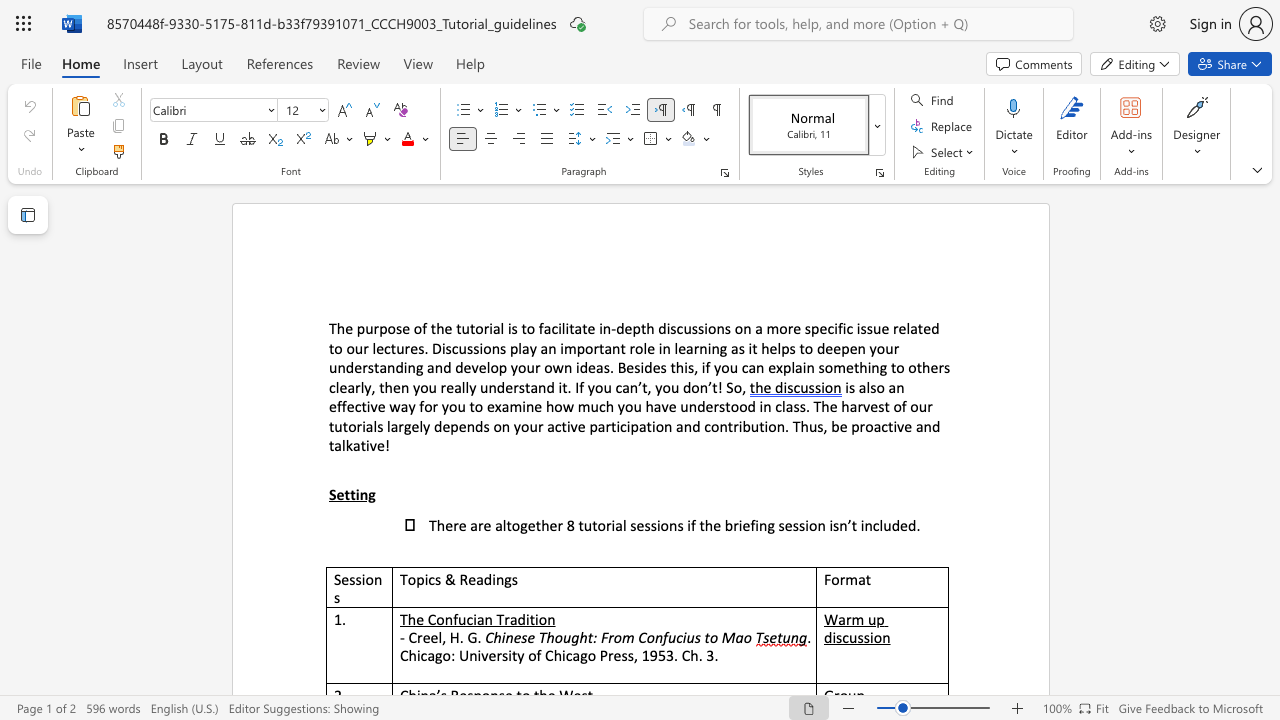  I want to click on the subset text "bution. Thus, b" within the text "participation and contribution. Thus, be proactive and talkative!", so click(741, 425).